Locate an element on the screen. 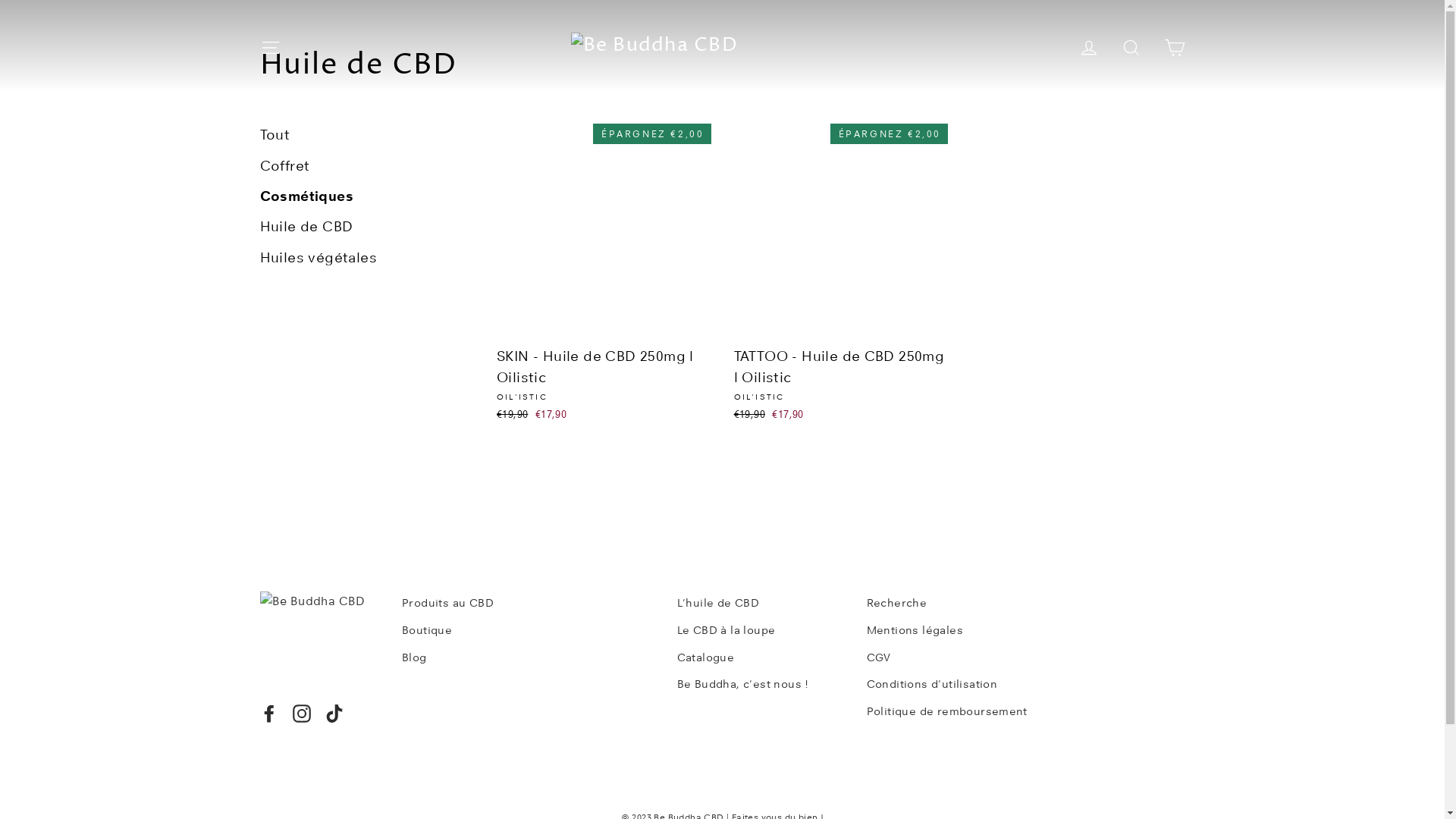  'CGV' is located at coordinates (949, 657).